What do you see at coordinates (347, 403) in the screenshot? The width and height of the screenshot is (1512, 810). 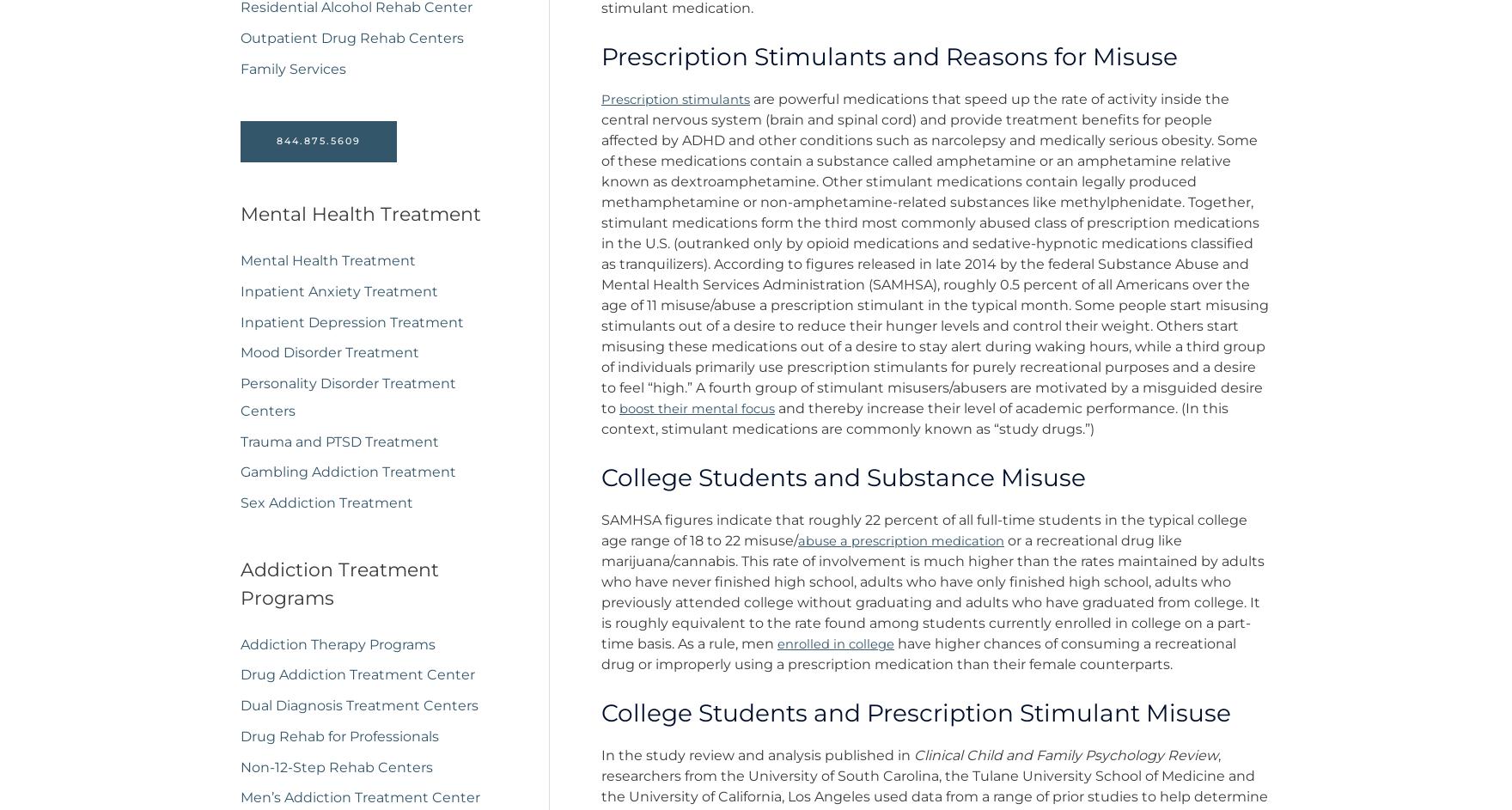 I see `'Personality Disorder Treatment Centers'` at bounding box center [347, 403].